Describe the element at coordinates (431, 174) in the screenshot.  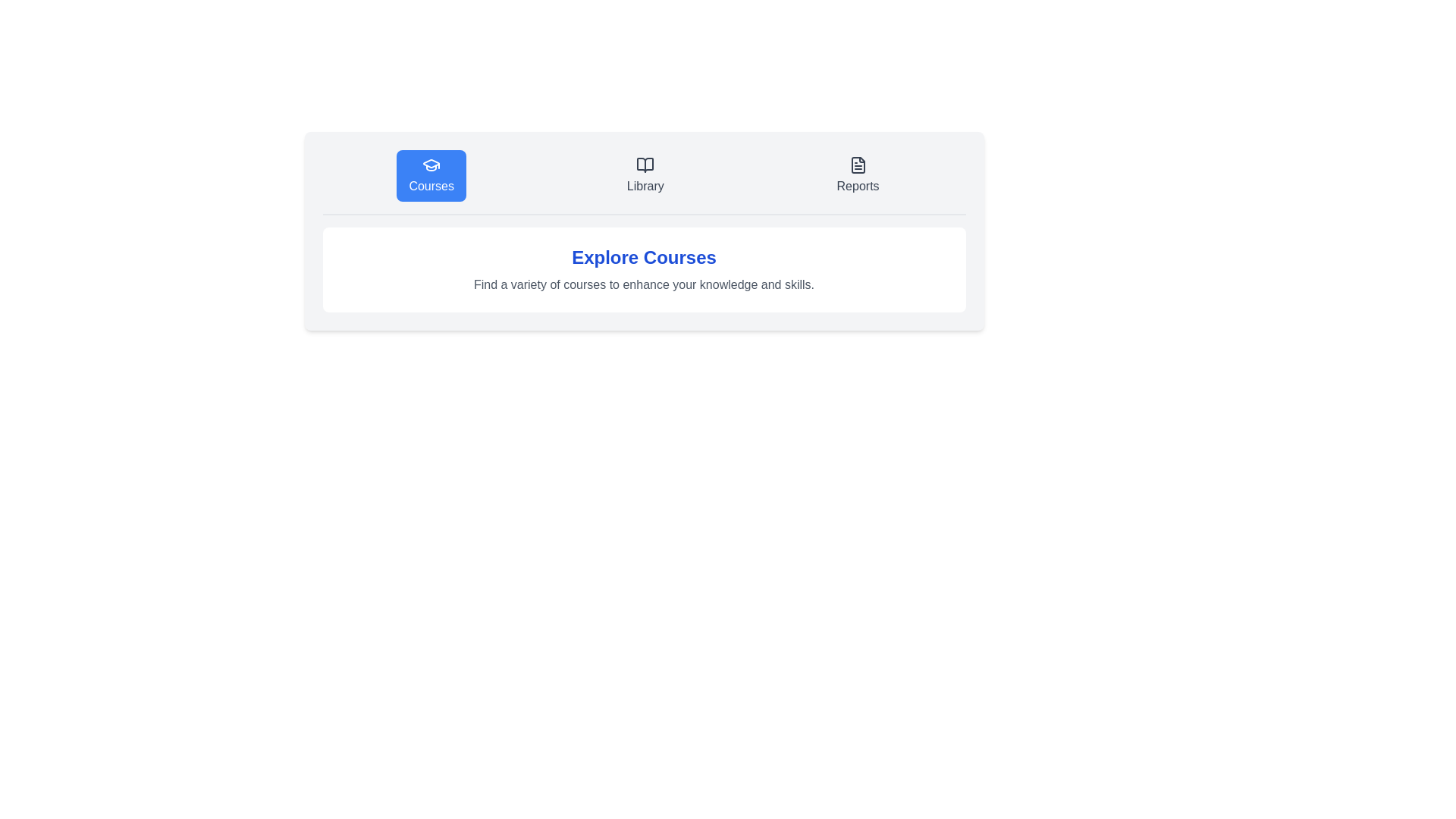
I see `the Courses tab to view its content` at that location.